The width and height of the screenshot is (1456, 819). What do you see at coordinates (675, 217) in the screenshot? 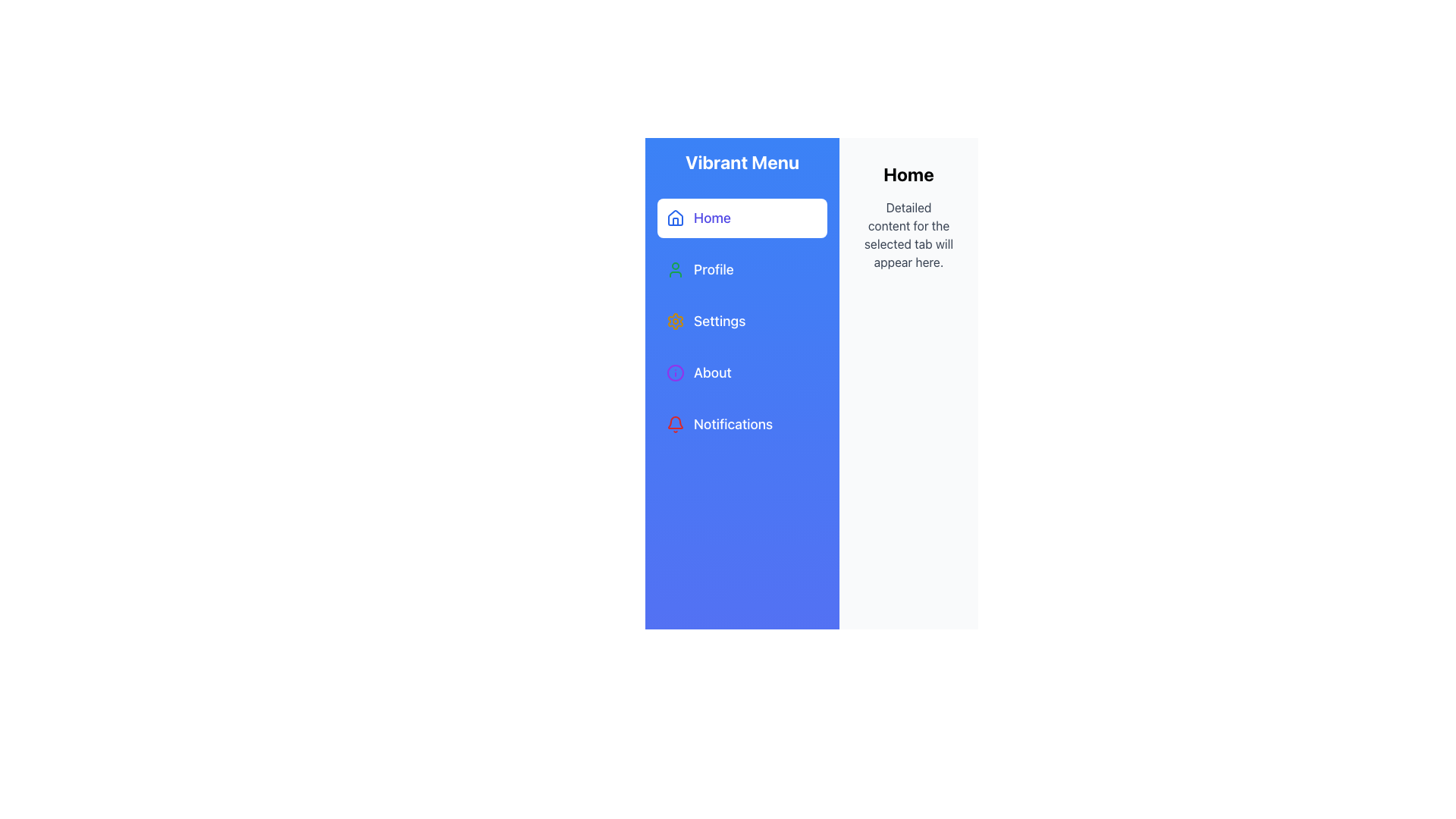
I see `the blue house icon in the navigation bar` at bounding box center [675, 217].